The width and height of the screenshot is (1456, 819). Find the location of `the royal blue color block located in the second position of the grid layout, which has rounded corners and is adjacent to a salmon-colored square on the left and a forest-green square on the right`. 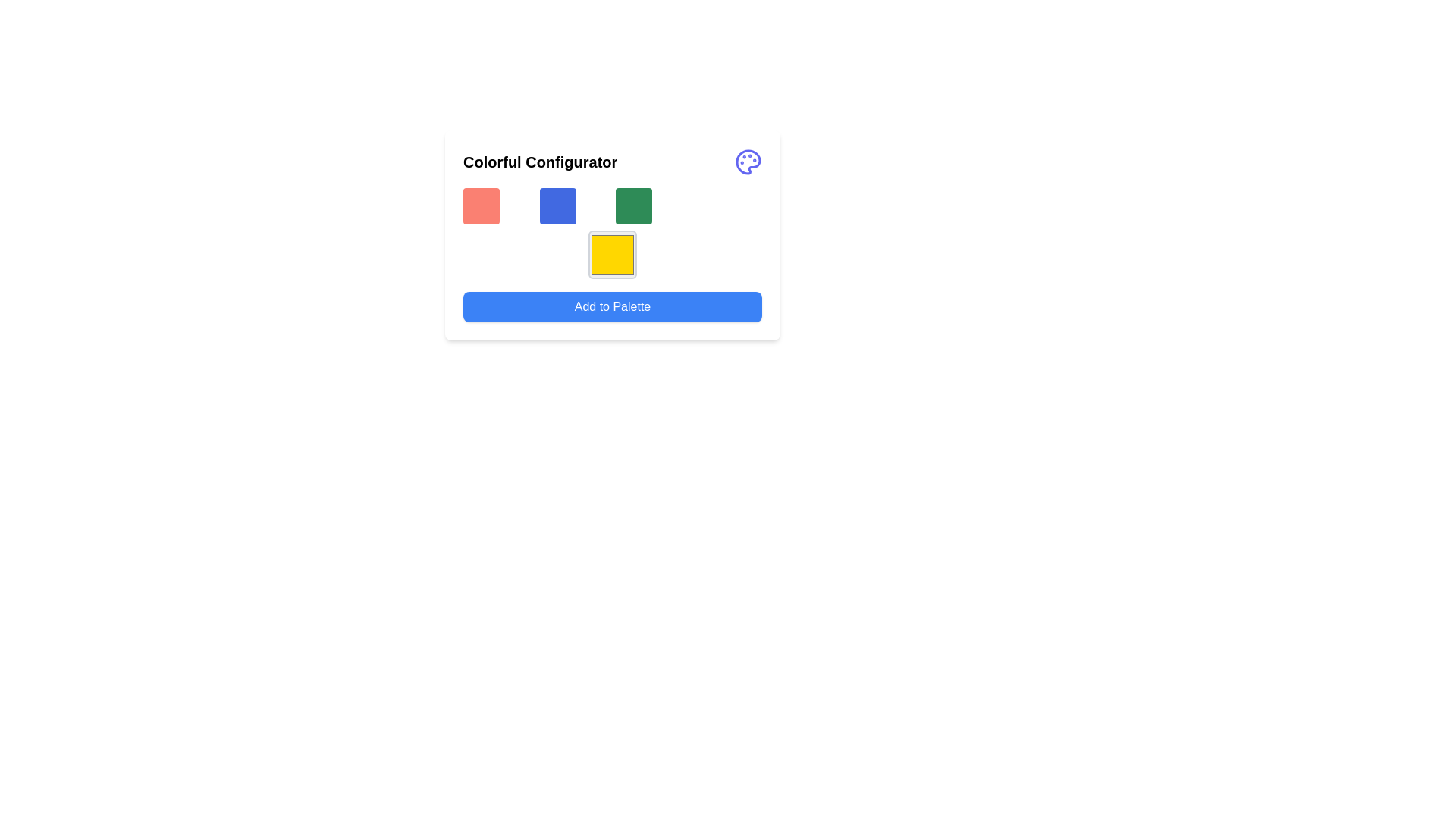

the royal blue color block located in the second position of the grid layout, which has rounded corners and is adjacent to a salmon-colored square on the left and a forest-green square on the right is located at coordinates (557, 206).